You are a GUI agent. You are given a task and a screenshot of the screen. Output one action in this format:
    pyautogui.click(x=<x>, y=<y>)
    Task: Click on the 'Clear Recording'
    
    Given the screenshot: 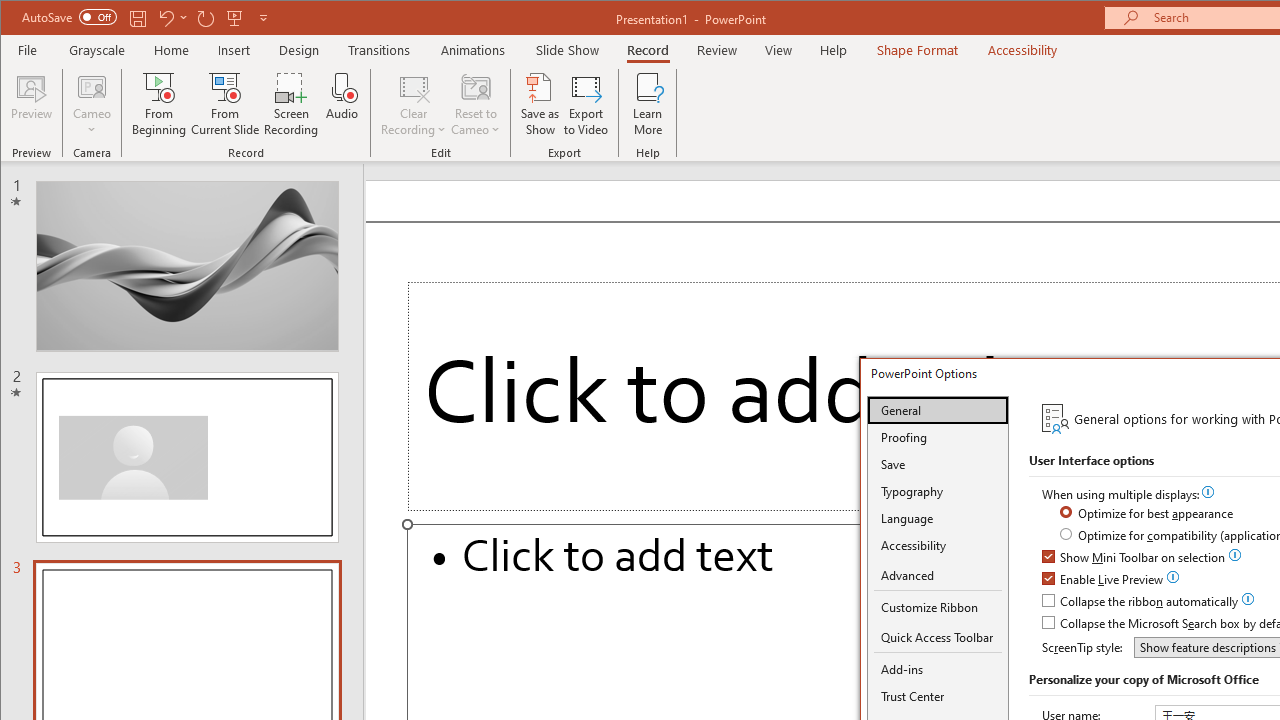 What is the action you would take?
    pyautogui.click(x=413, y=104)
    